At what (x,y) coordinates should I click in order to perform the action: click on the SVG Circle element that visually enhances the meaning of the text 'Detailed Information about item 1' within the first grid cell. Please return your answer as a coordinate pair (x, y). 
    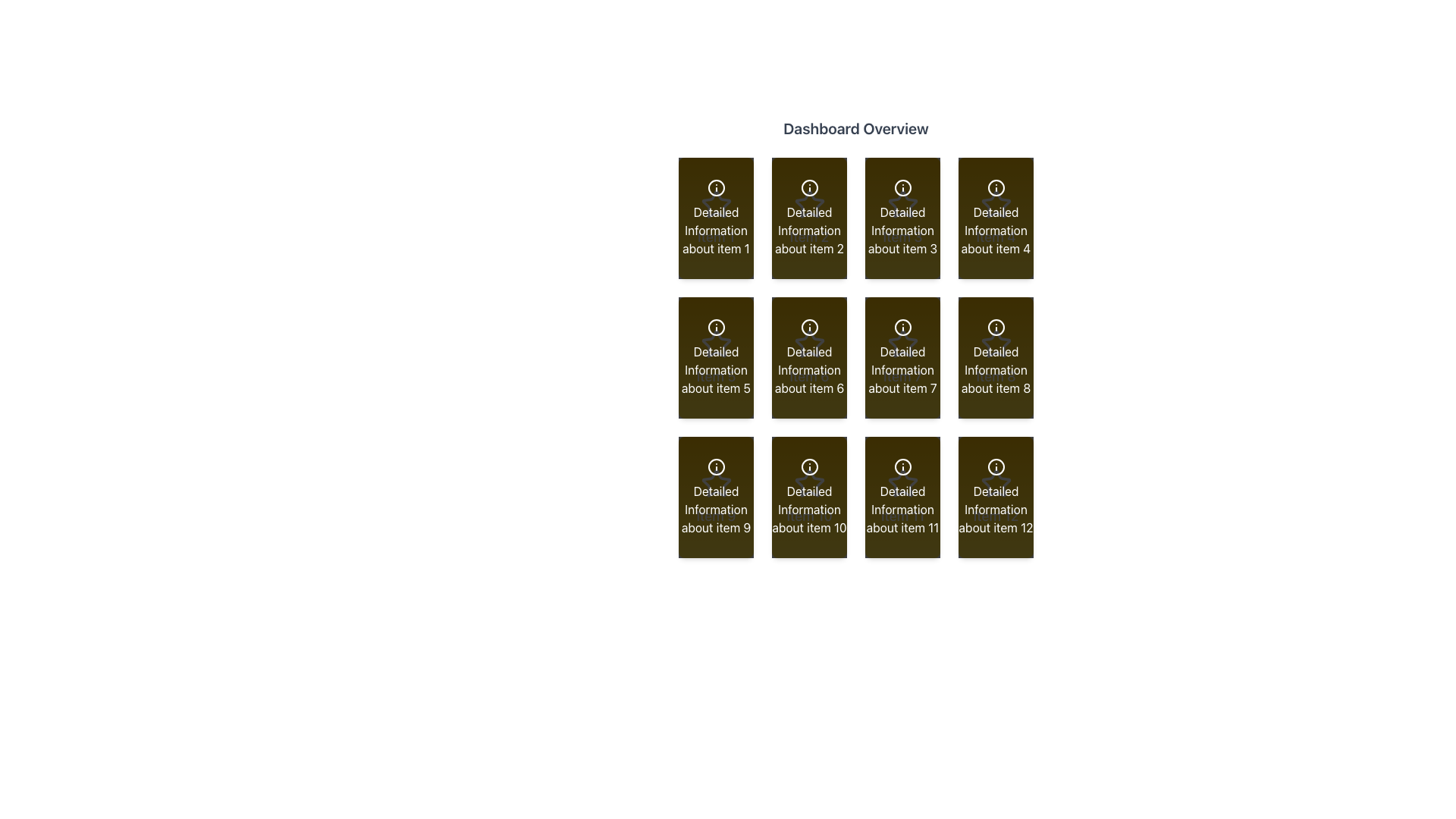
    Looking at the image, I should click on (715, 187).